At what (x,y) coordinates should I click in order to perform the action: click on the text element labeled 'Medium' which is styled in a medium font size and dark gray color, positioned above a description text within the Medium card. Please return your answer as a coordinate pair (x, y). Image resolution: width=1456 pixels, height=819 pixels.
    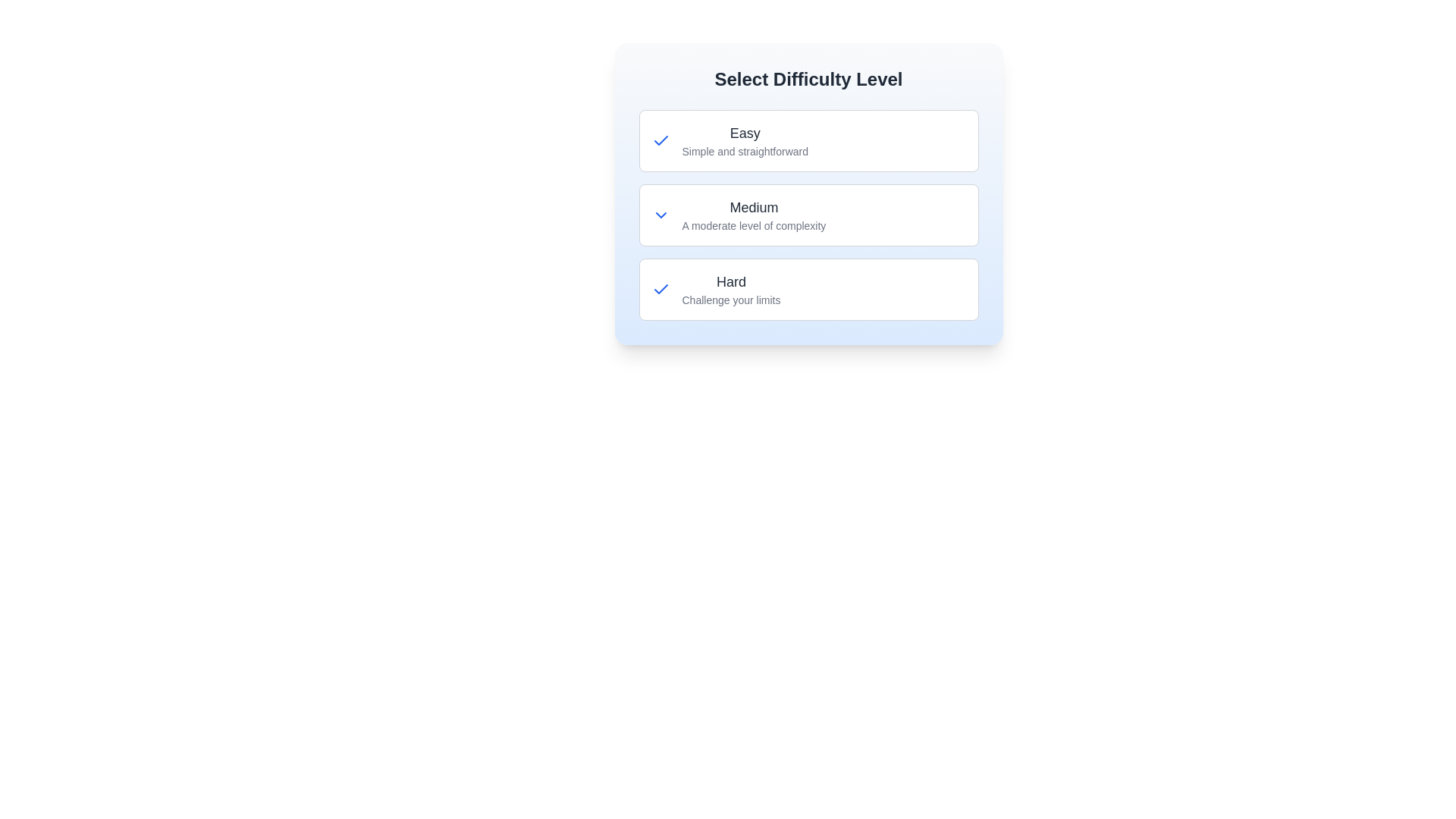
    Looking at the image, I should click on (754, 207).